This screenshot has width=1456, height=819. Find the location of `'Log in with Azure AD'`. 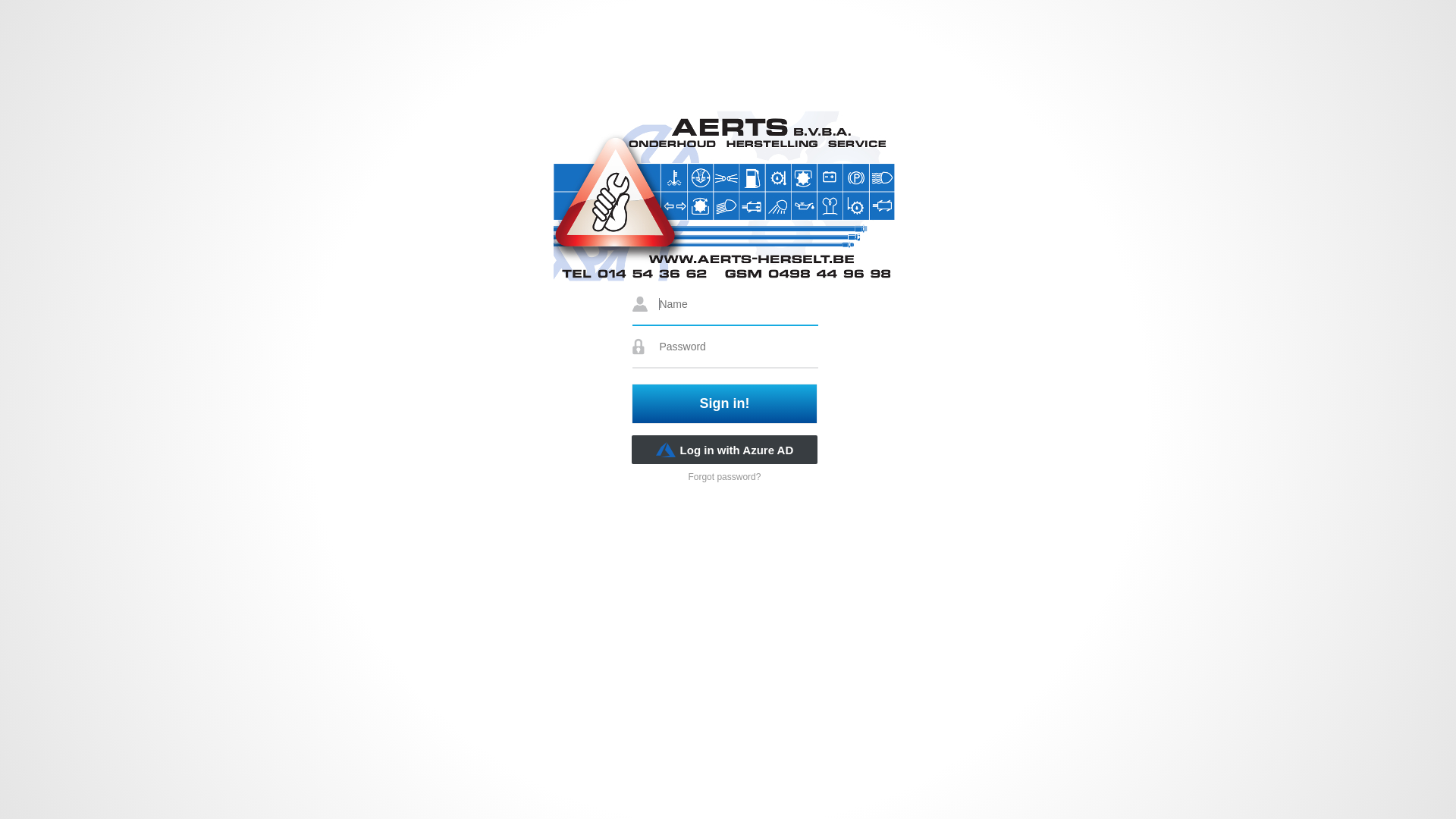

'Log in with Azure AD' is located at coordinates (723, 449).